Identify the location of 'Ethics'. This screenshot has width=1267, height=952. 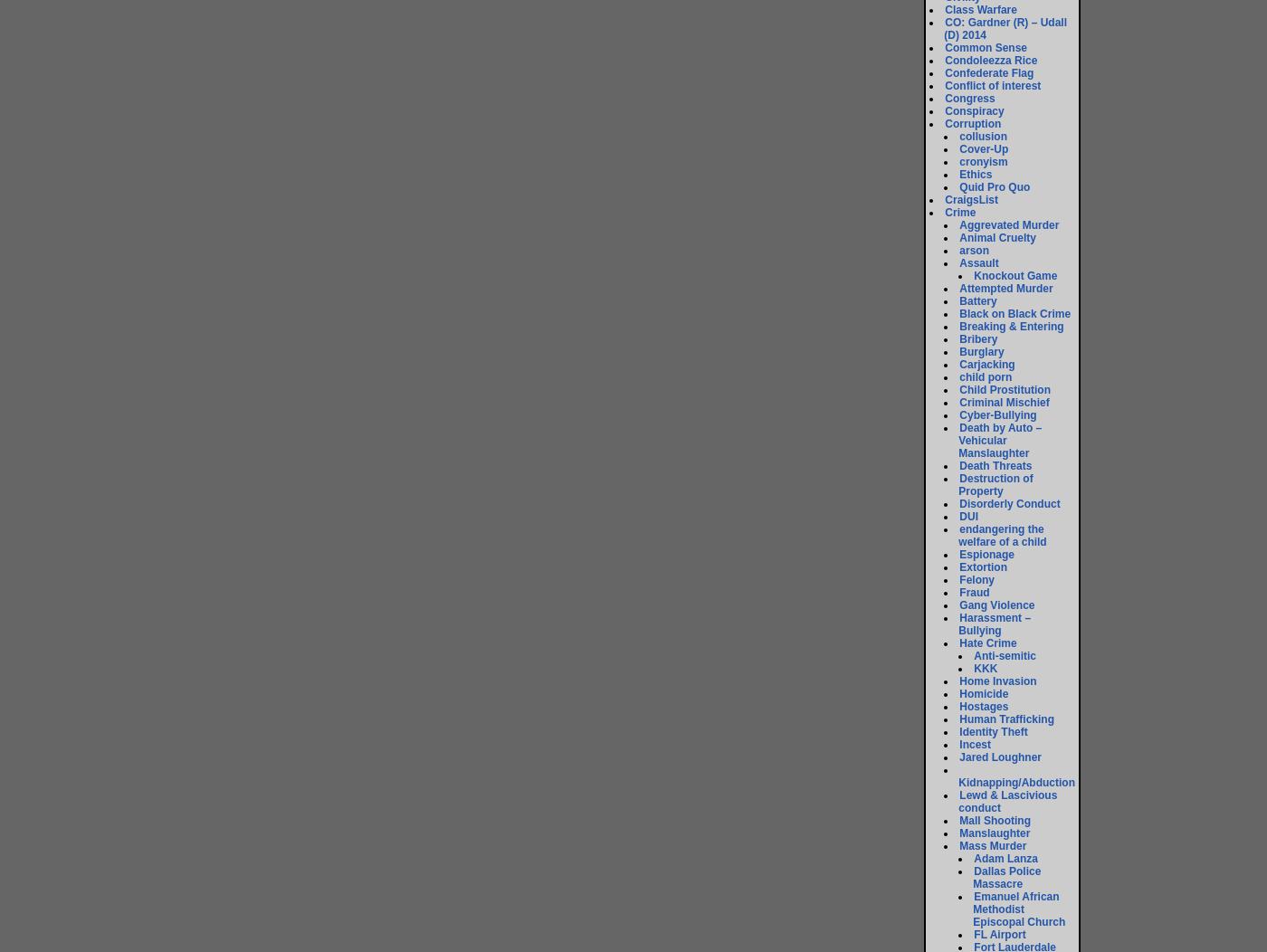
(958, 175).